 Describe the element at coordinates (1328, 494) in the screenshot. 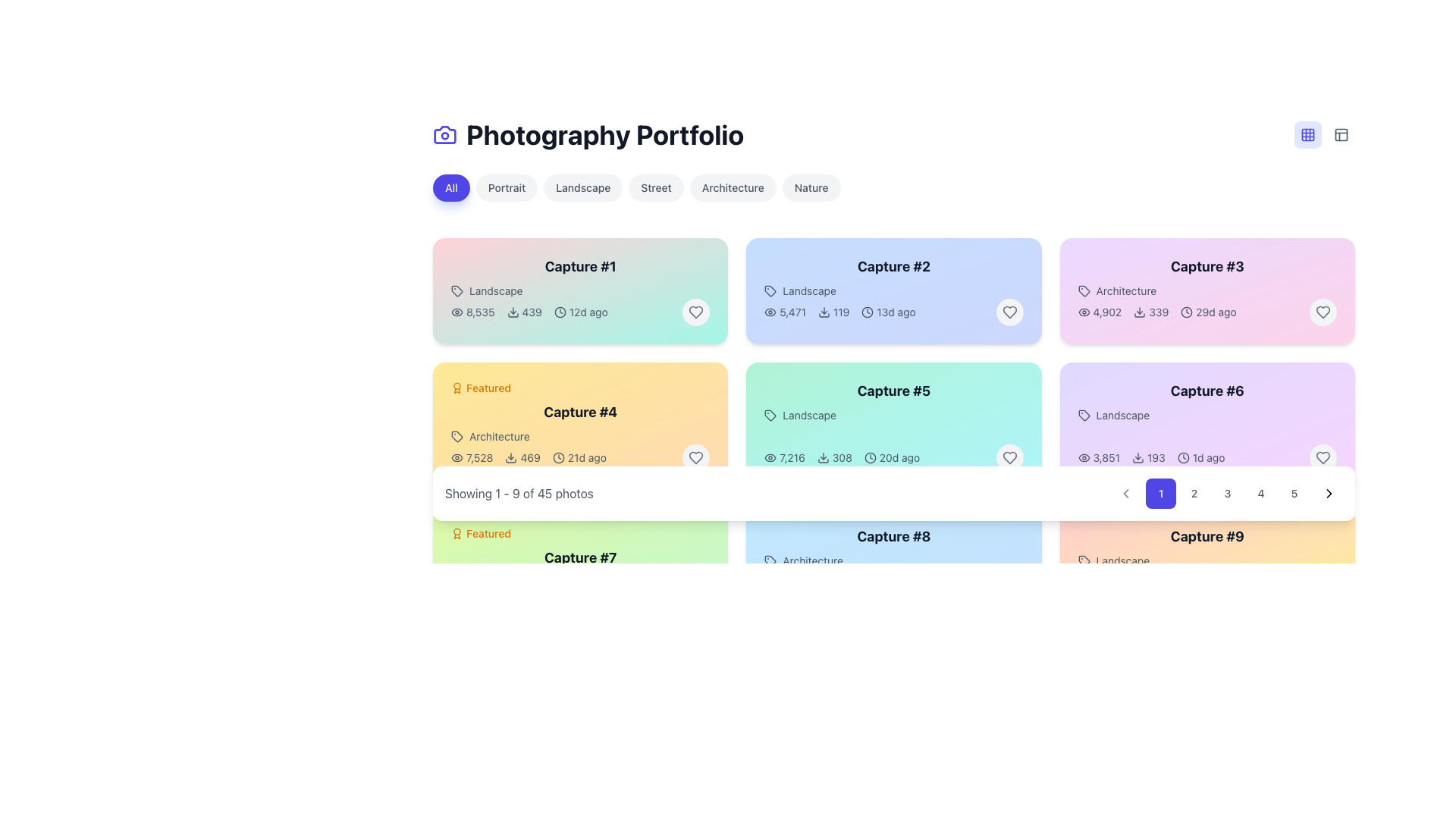

I see `the button with a chevron icon located at the farthest right position in the horizontal pagination bar` at that location.